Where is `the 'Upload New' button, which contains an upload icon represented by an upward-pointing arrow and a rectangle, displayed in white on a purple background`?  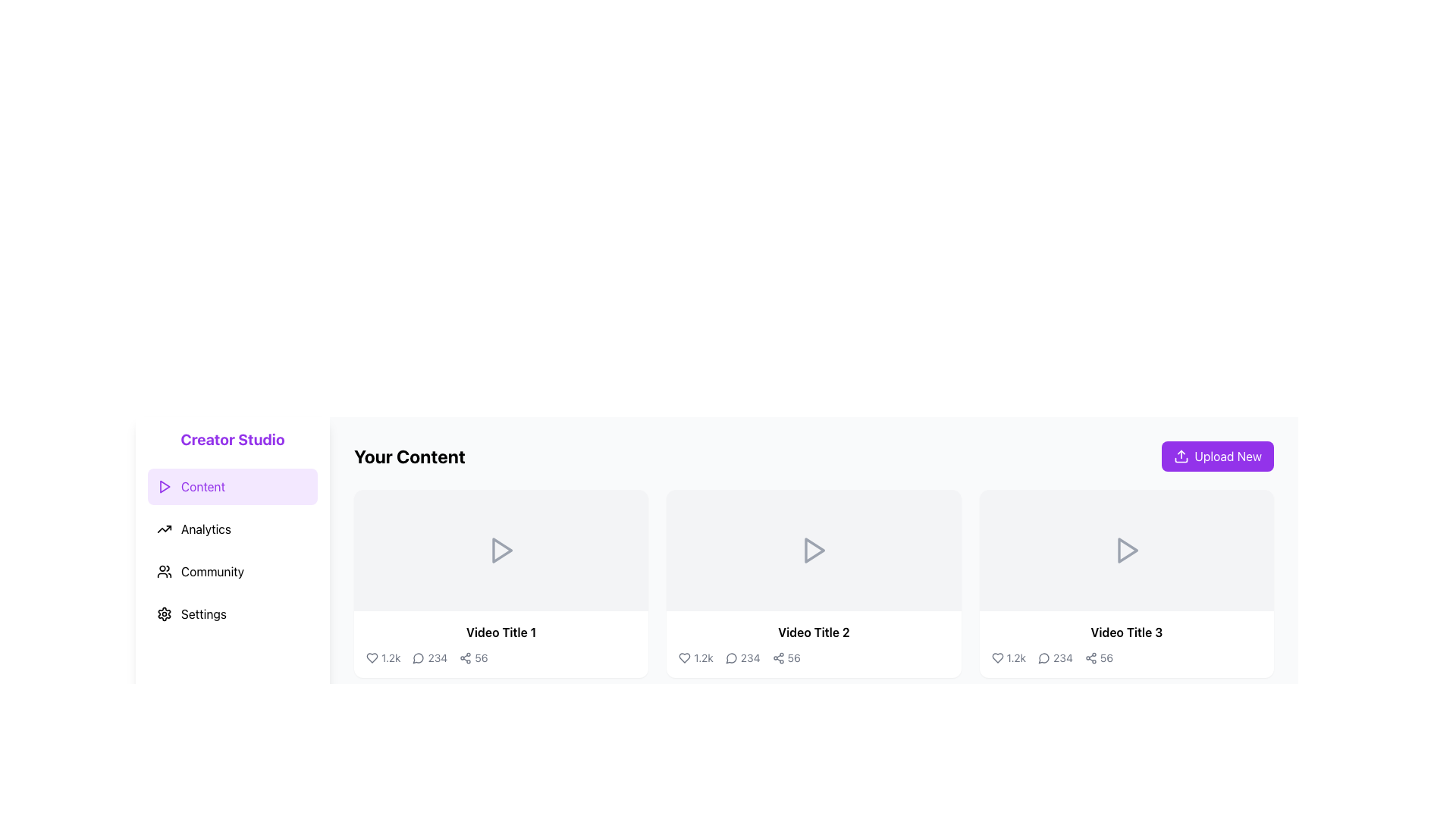 the 'Upload New' button, which contains an upload icon represented by an upward-pointing arrow and a rectangle, displayed in white on a purple background is located at coordinates (1180, 455).